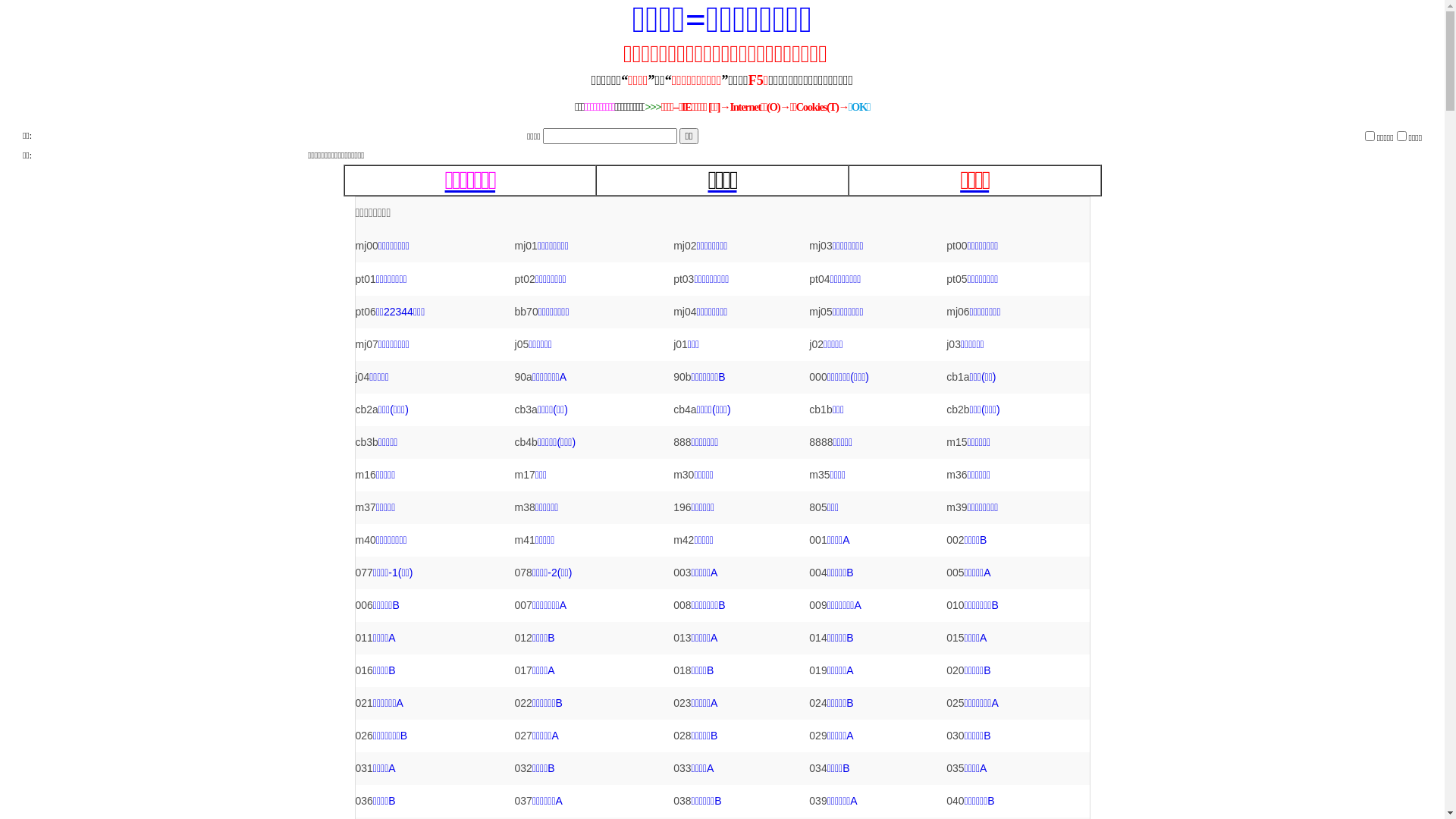 This screenshot has height=819, width=1456. What do you see at coordinates (365, 473) in the screenshot?
I see `'m16'` at bounding box center [365, 473].